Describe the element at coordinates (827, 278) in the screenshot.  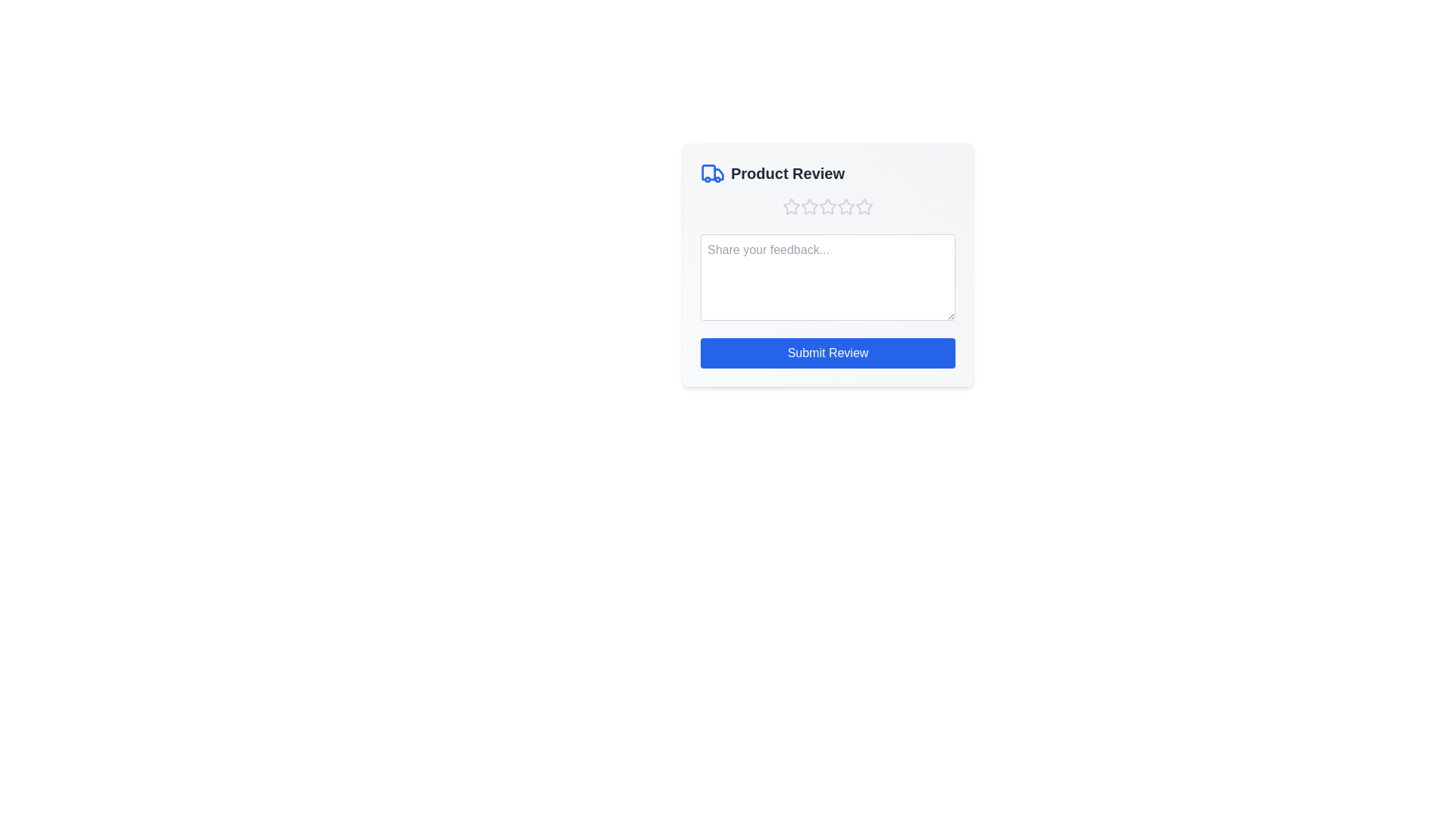
I see `the feedback textarea and input the text 'This is my feedback.'` at that location.